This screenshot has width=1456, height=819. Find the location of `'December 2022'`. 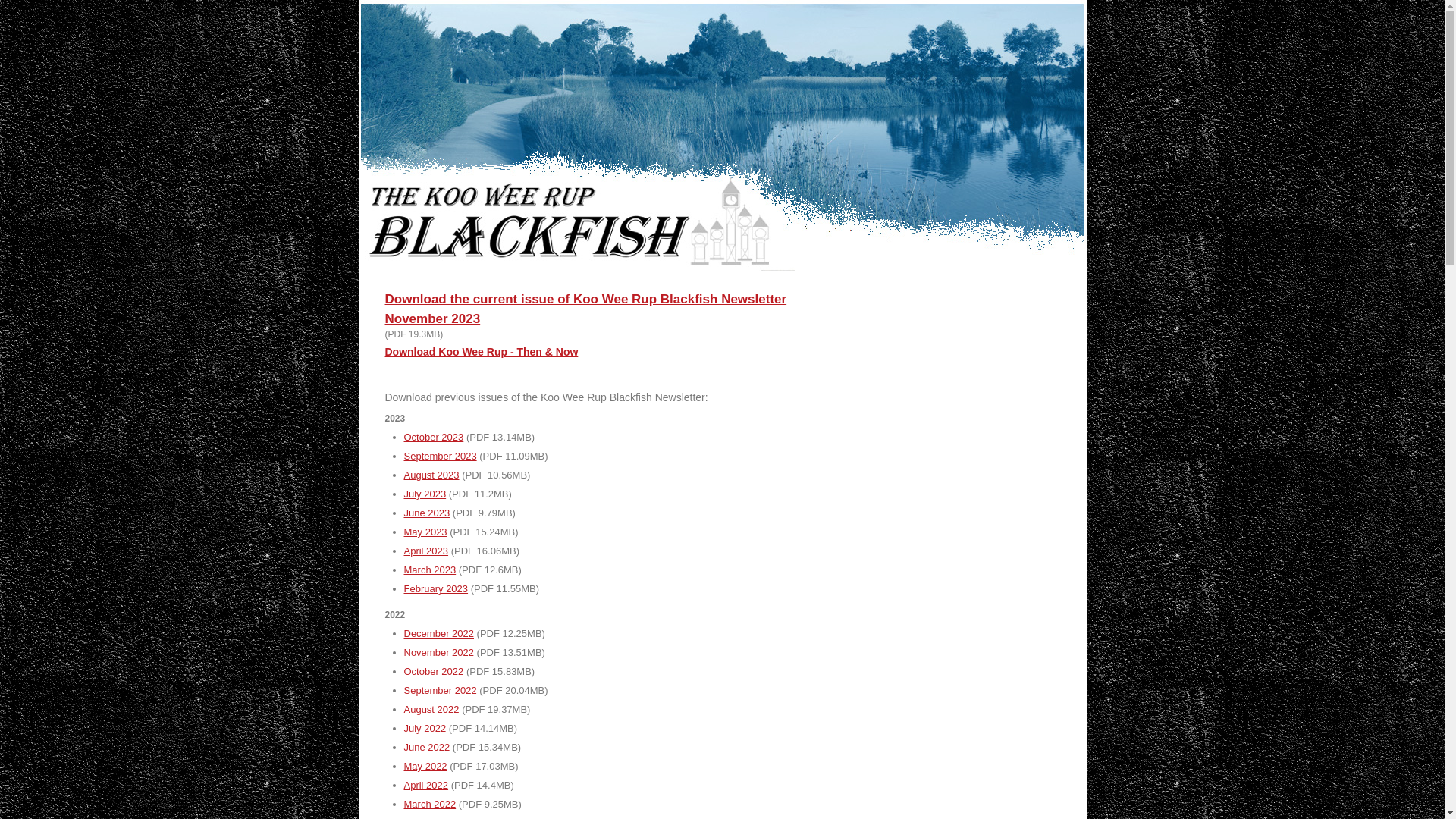

'December 2022' is located at coordinates (438, 633).